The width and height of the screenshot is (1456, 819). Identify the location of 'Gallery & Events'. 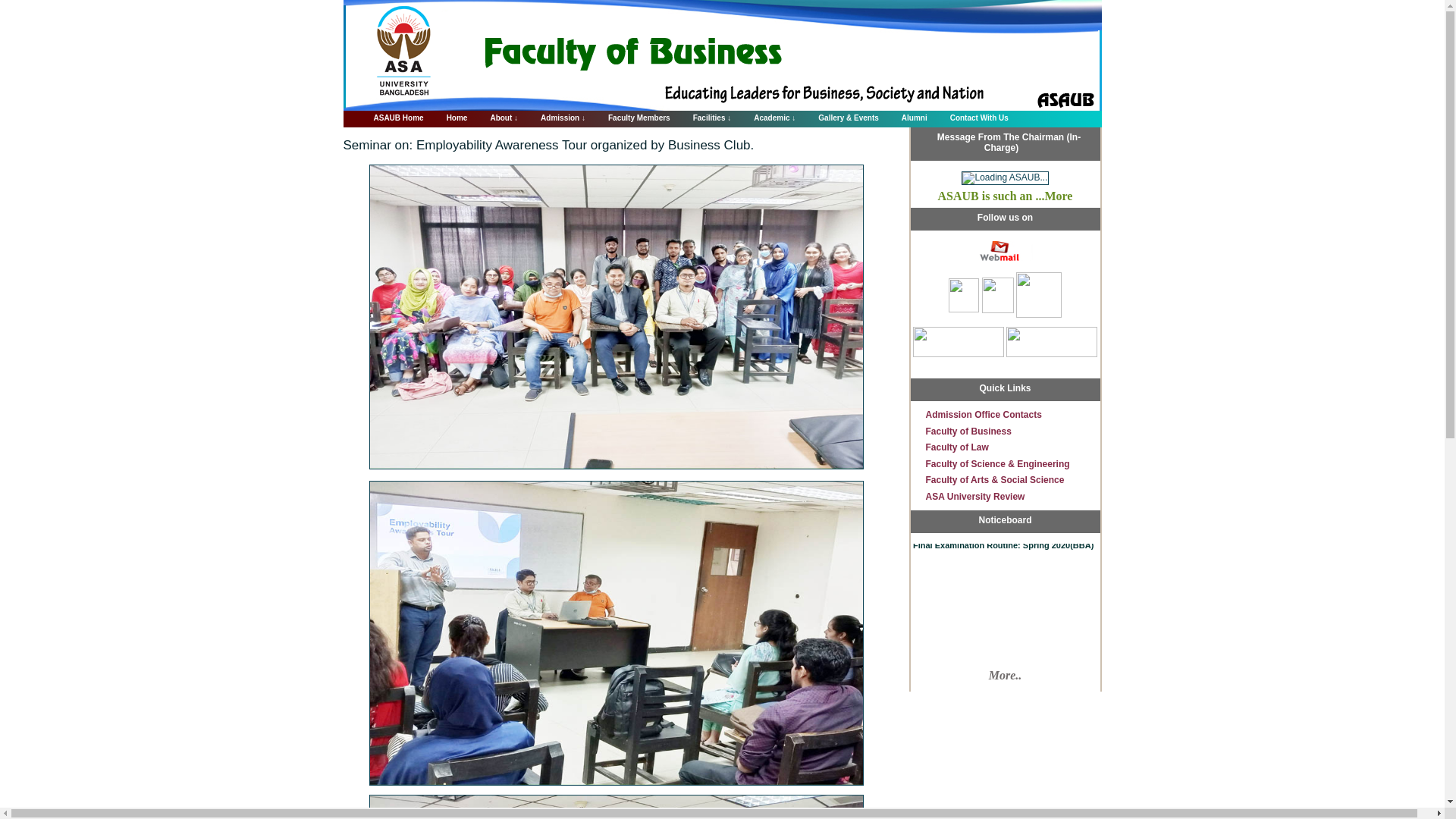
(839, 115).